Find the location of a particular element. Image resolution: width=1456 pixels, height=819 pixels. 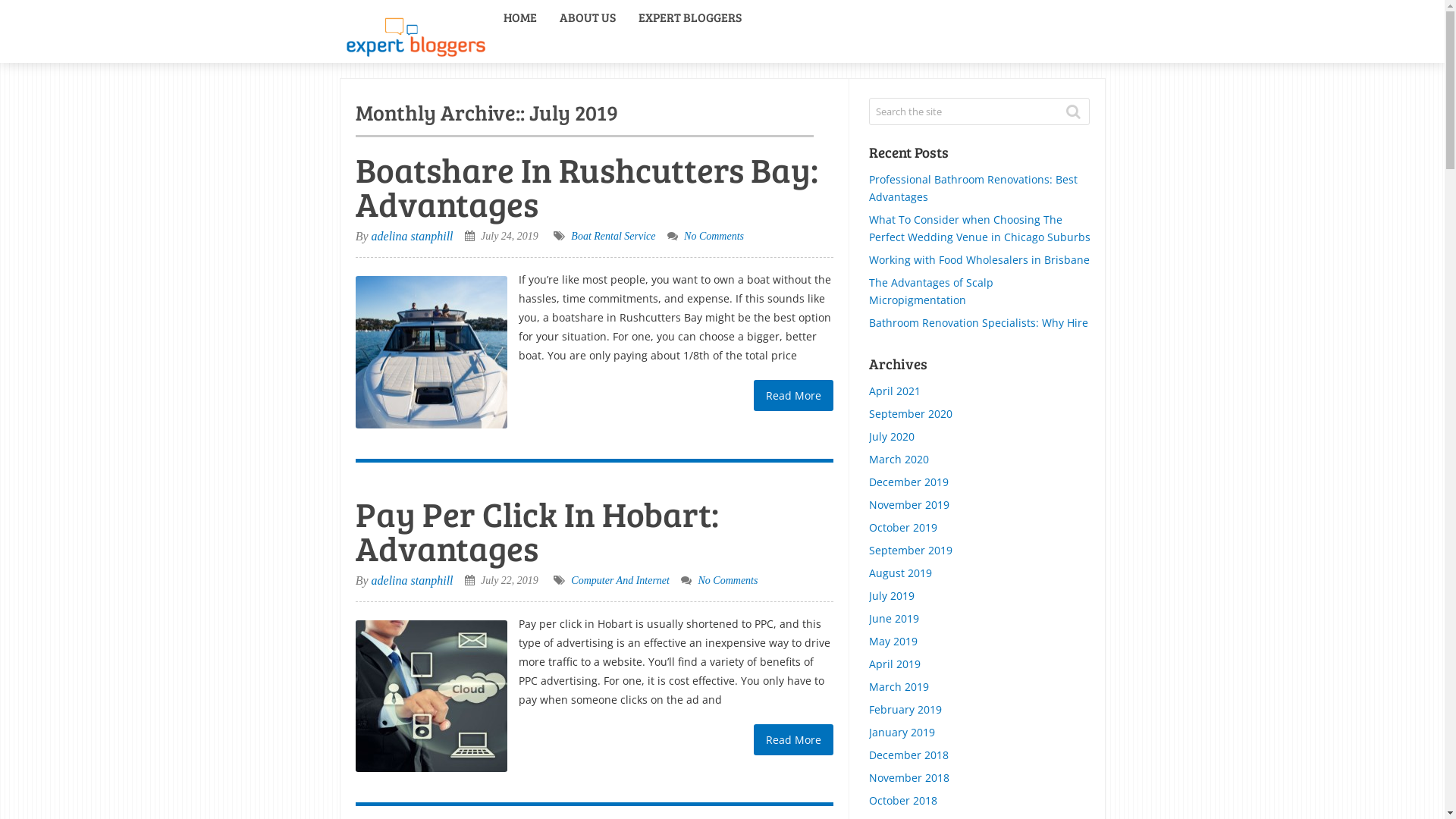

'September 2020' is located at coordinates (910, 413).